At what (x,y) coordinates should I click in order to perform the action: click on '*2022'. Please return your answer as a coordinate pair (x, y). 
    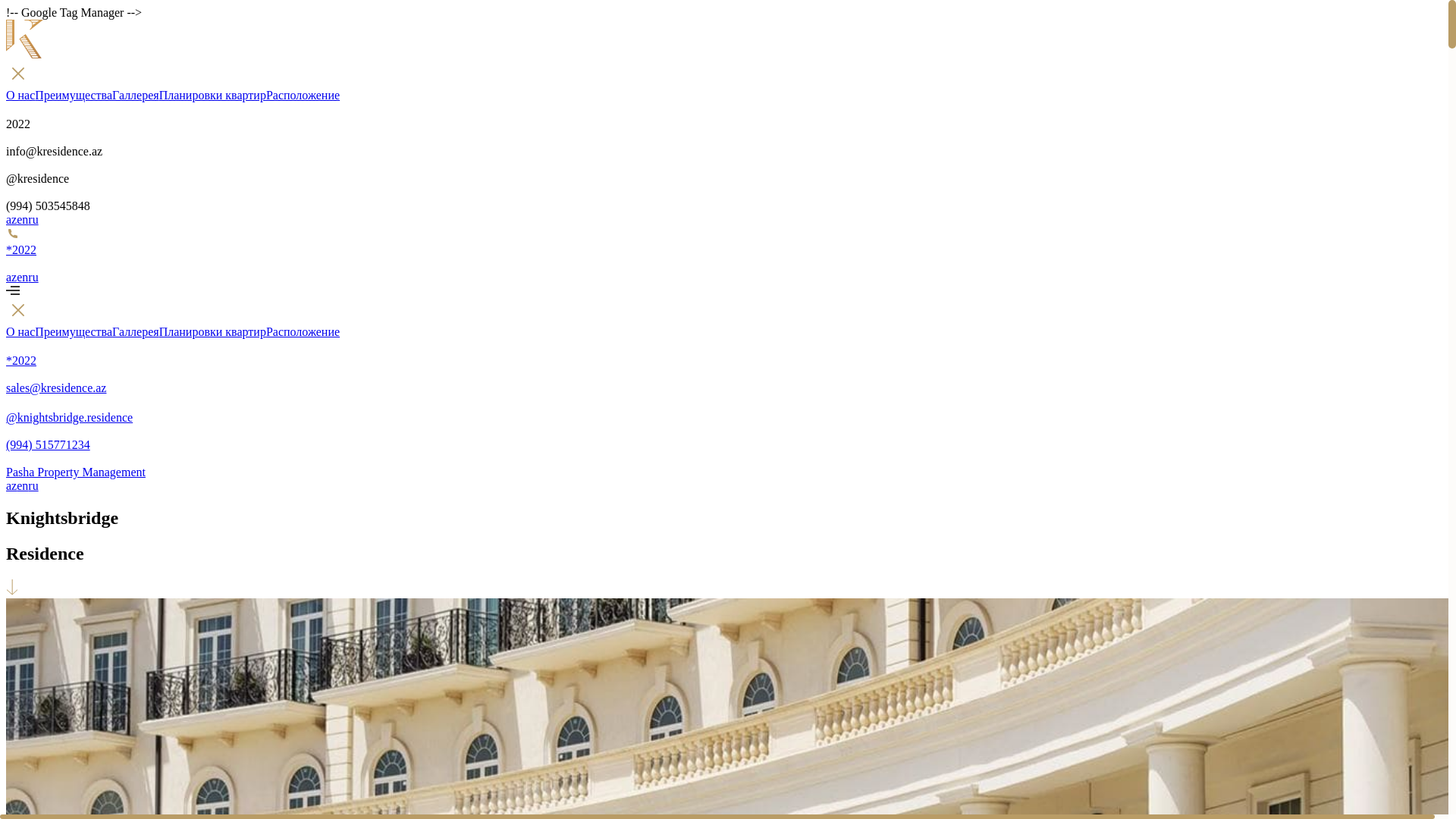
    Looking at the image, I should click on (723, 247).